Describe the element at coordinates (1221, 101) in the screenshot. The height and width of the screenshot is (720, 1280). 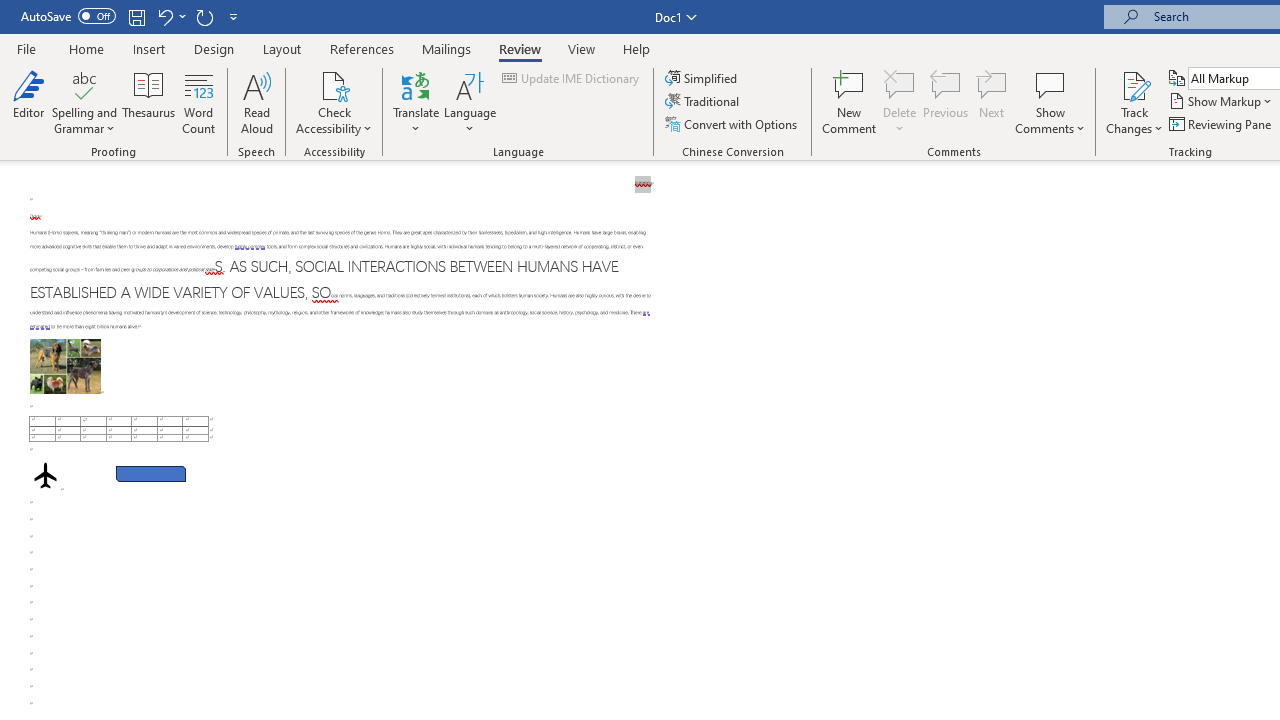
I see `'Show Markup'` at that location.